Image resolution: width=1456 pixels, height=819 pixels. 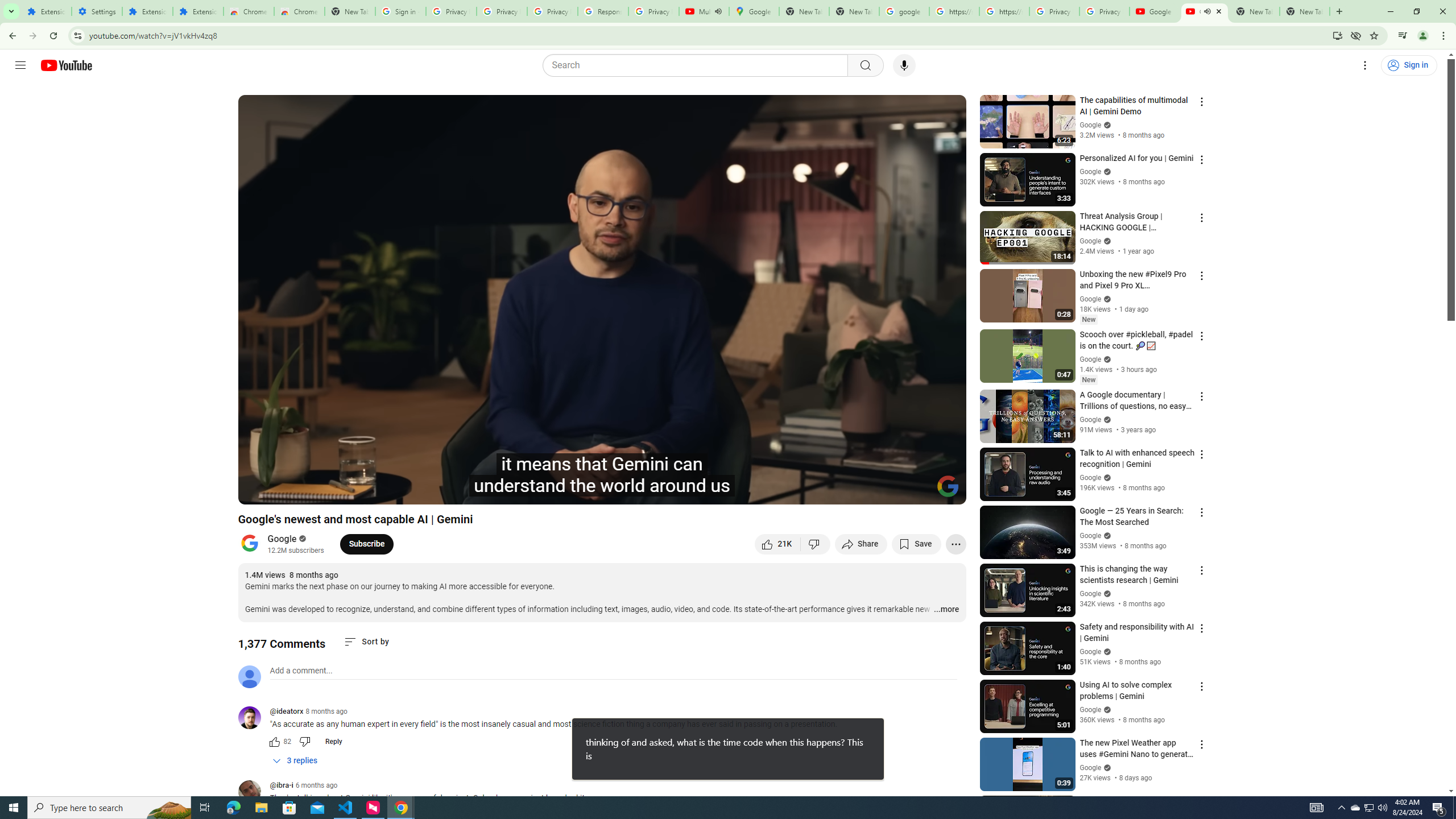 I want to click on 'Guide', so click(x=19, y=65).